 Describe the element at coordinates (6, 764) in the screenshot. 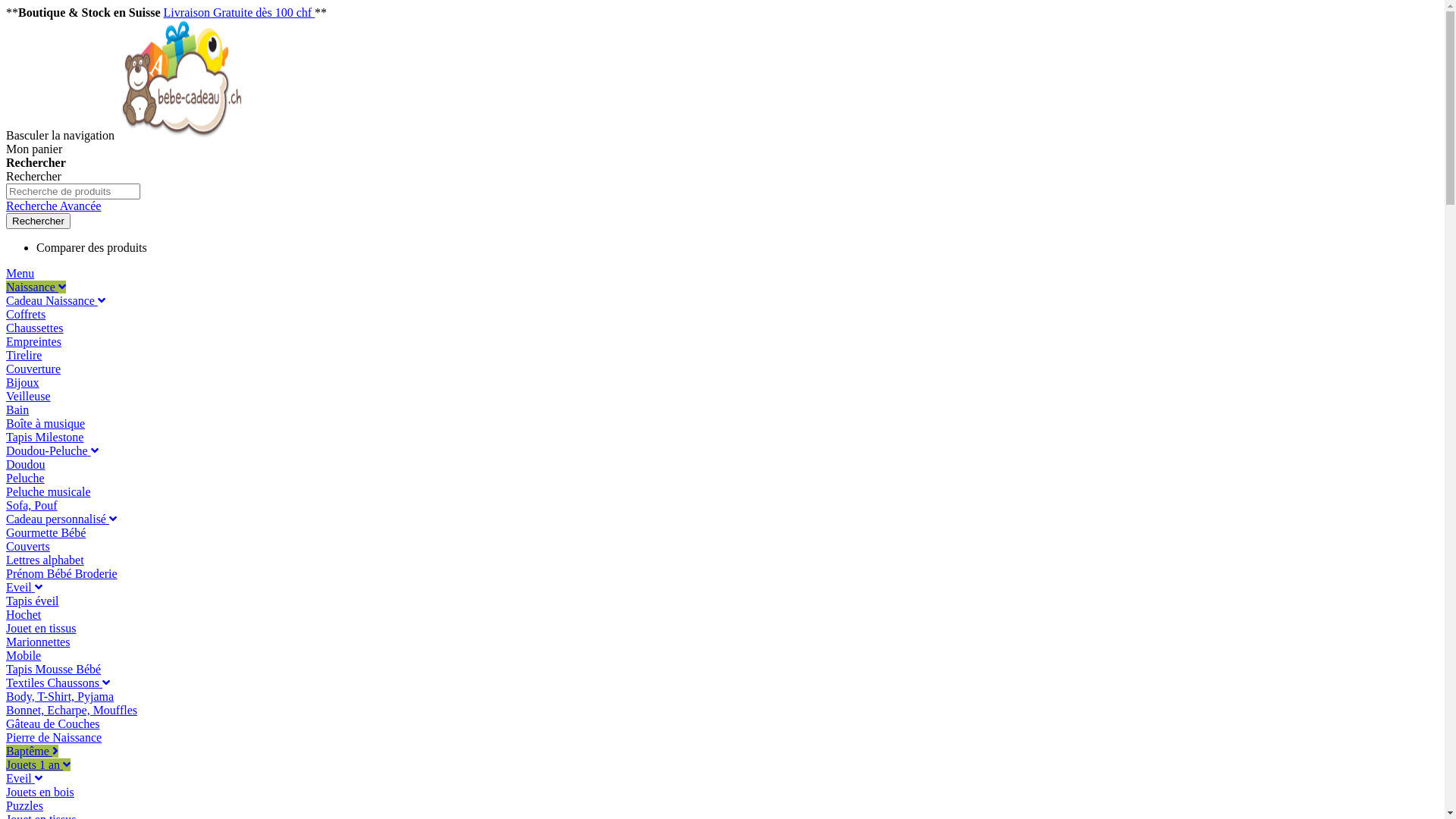

I see `'Jouets 1 an'` at that location.